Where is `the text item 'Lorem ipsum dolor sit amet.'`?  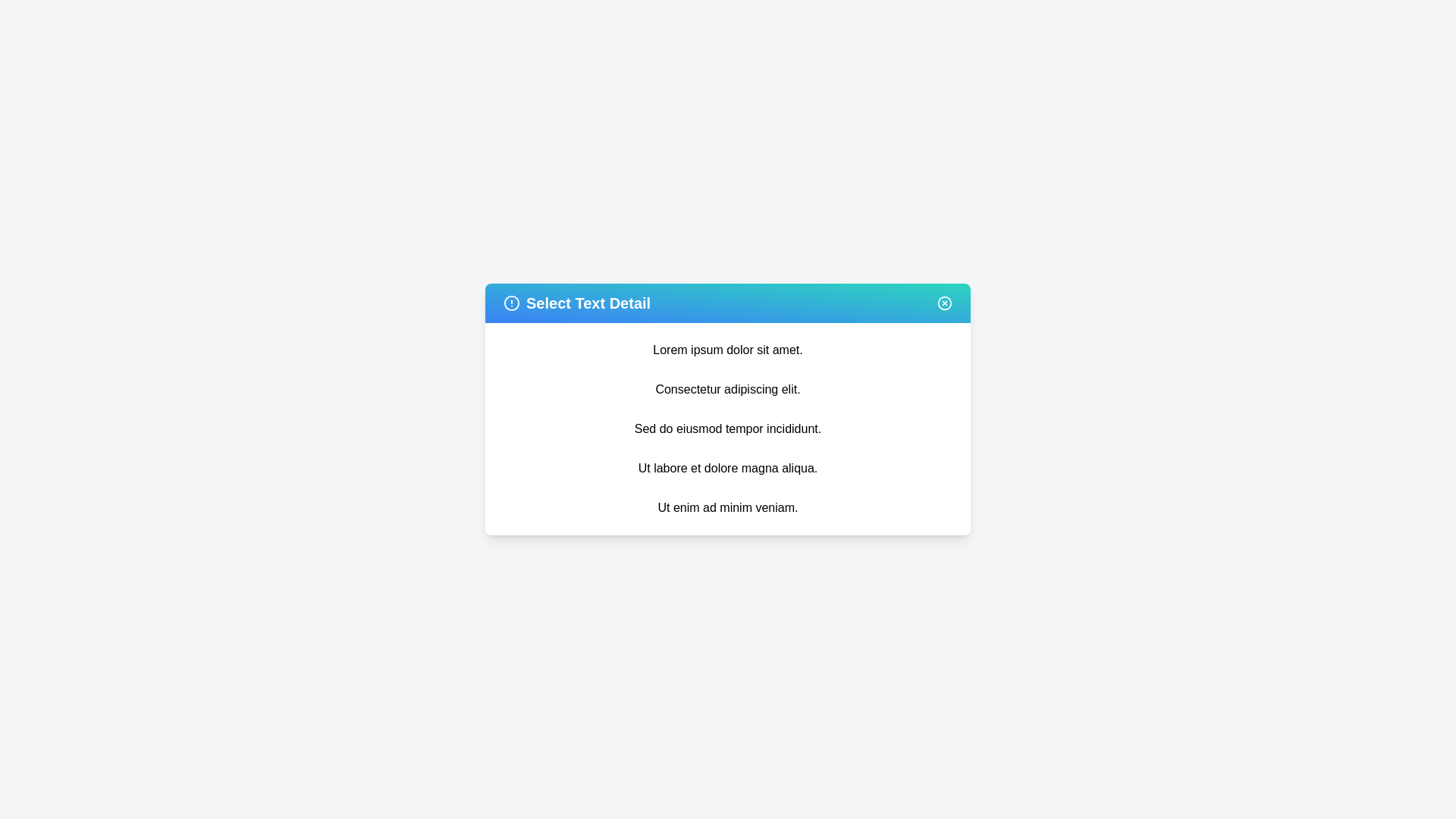
the text item 'Lorem ipsum dolor sit amet.' is located at coordinates (728, 350).